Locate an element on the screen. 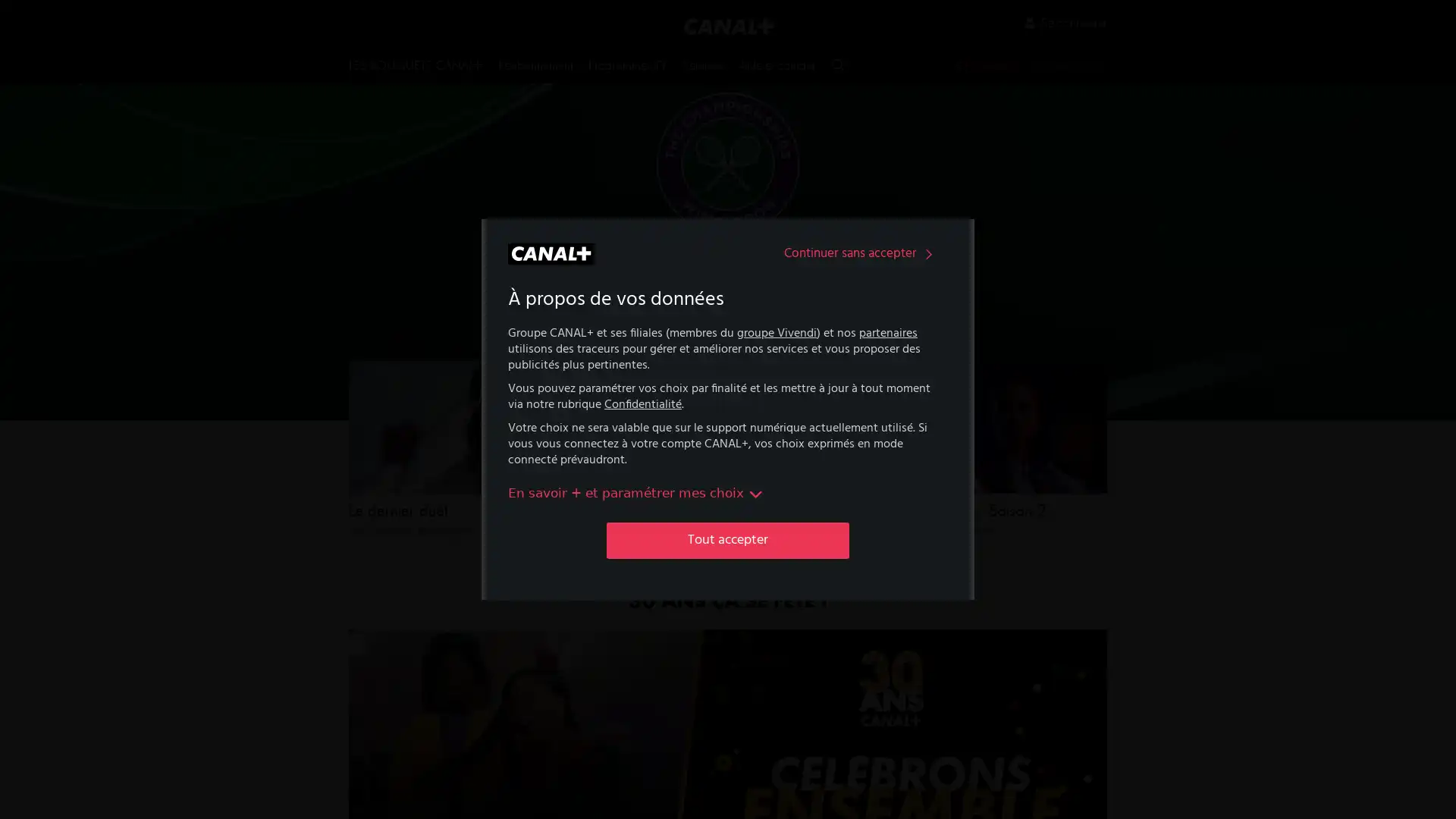  Se connecter is located at coordinates (1065, 23).